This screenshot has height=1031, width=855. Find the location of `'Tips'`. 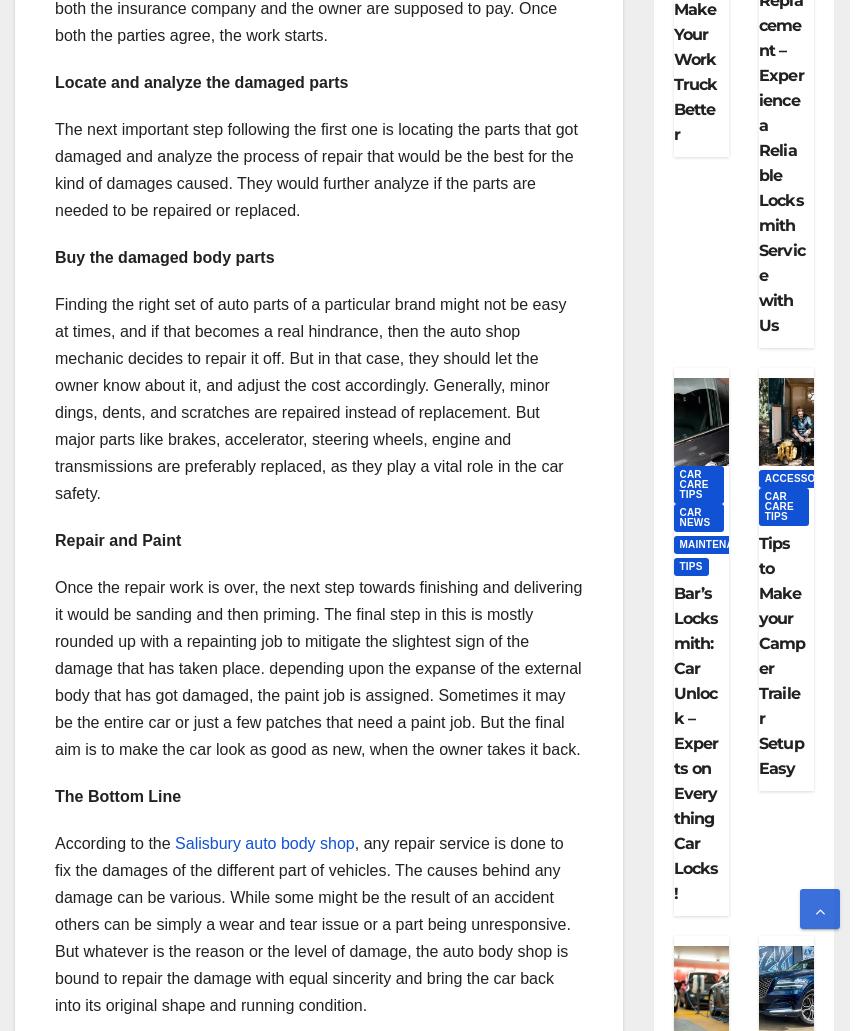

'Tips' is located at coordinates (690, 565).